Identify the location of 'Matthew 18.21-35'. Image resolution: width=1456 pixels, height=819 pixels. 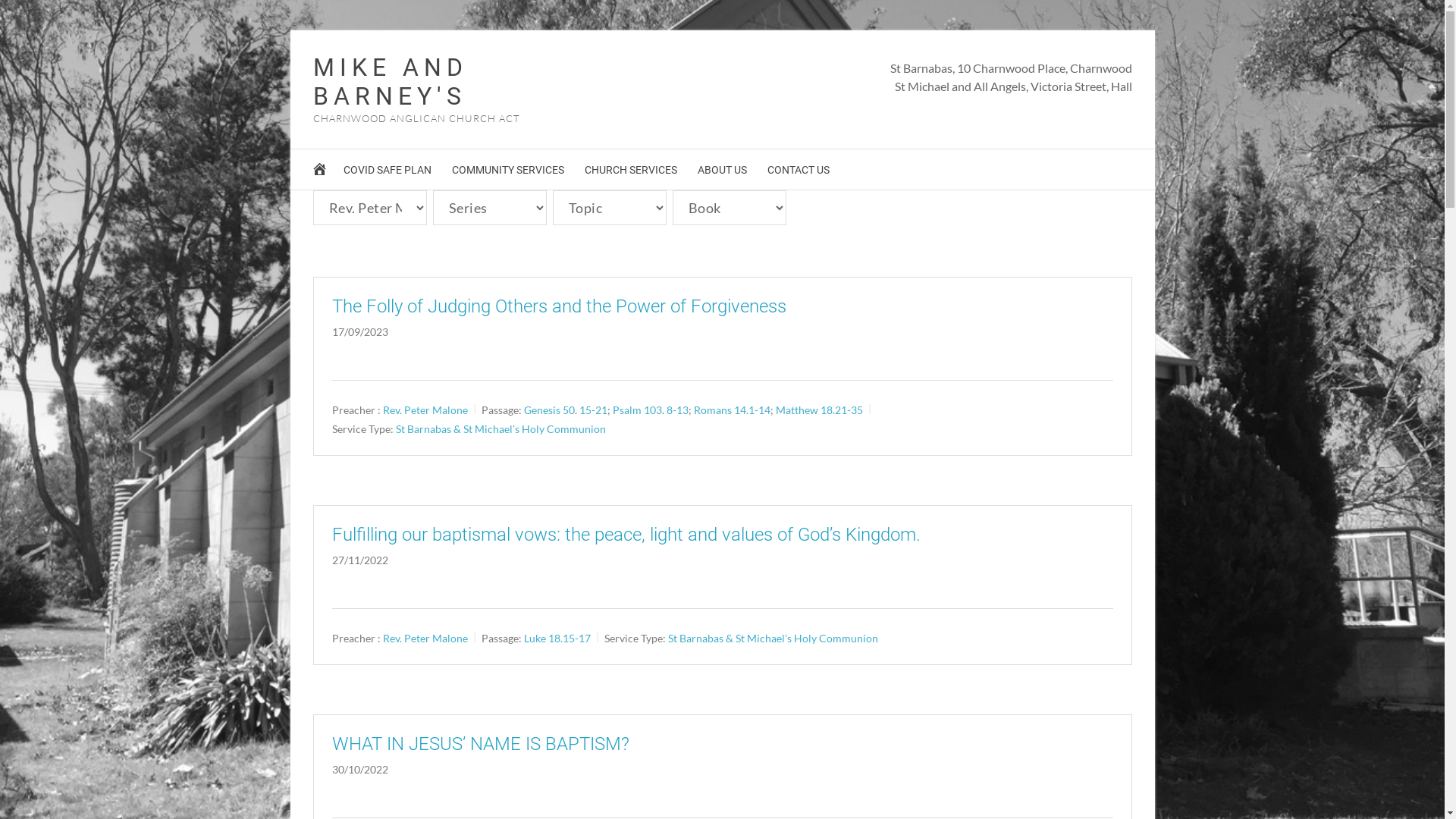
(817, 409).